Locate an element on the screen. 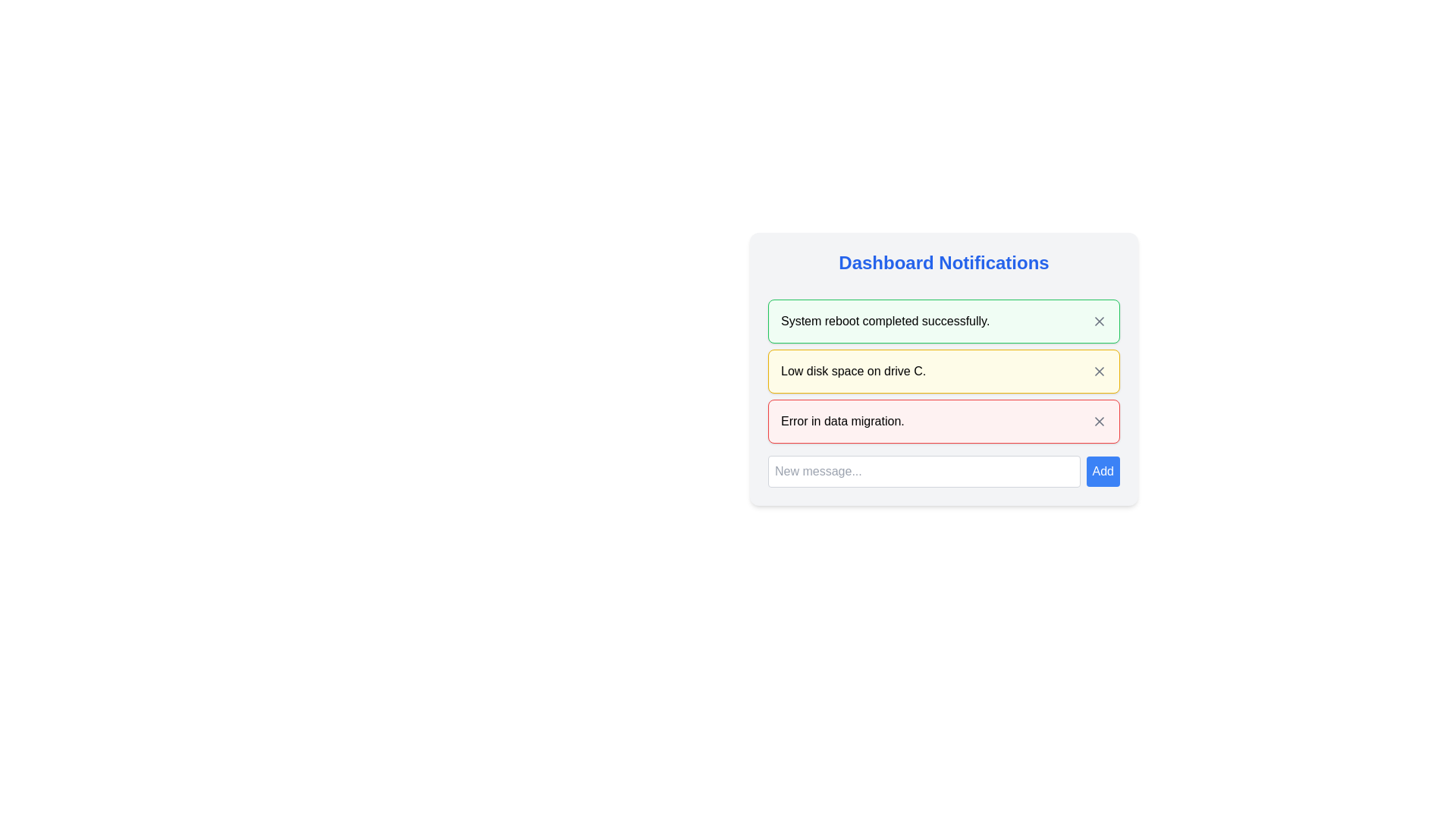  the close button located at the top-right corner of the red-bordered notification card labeled 'Error in data migration' to change its color is located at coordinates (1099, 421).